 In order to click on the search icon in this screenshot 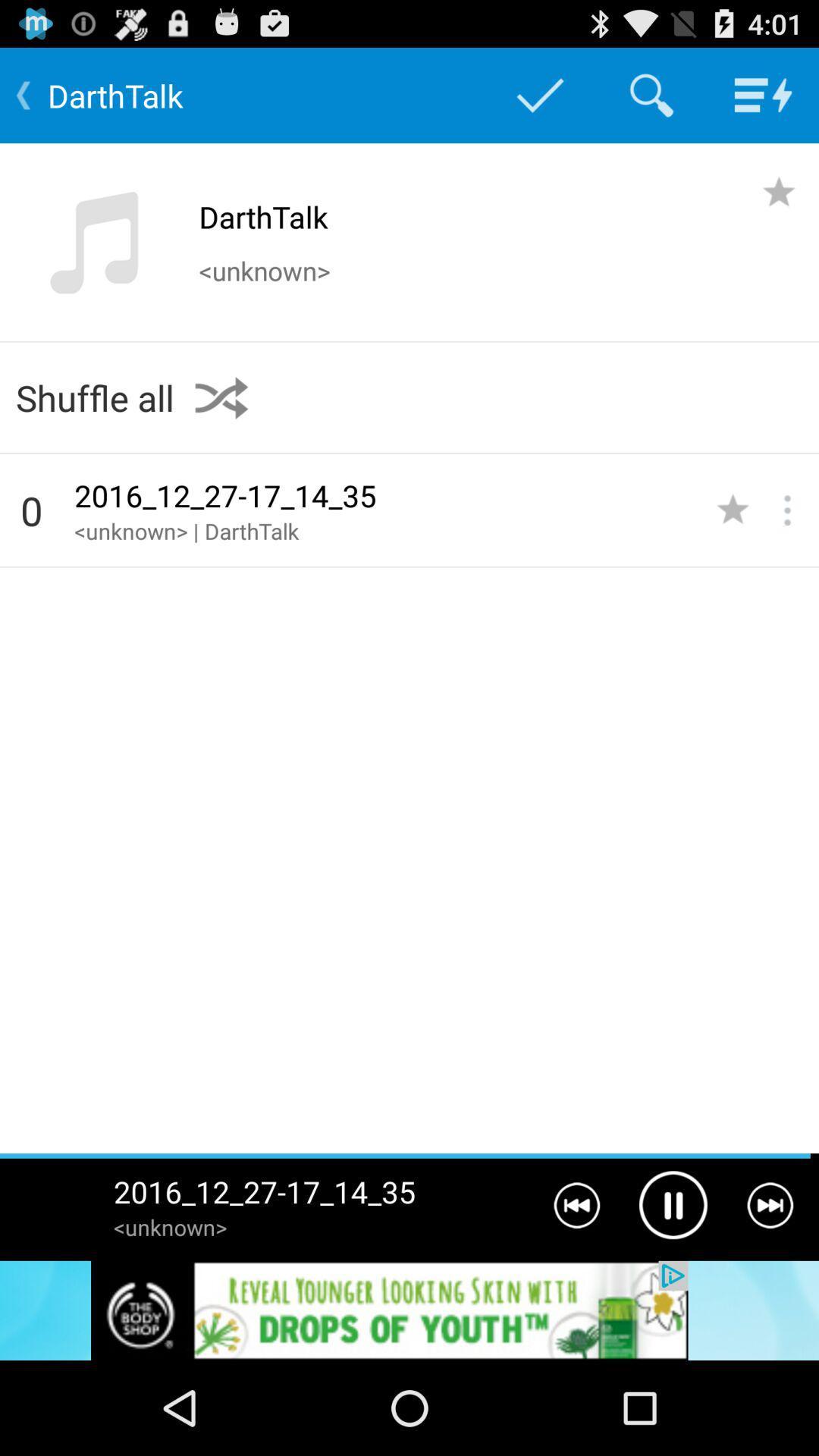, I will do `click(651, 101)`.